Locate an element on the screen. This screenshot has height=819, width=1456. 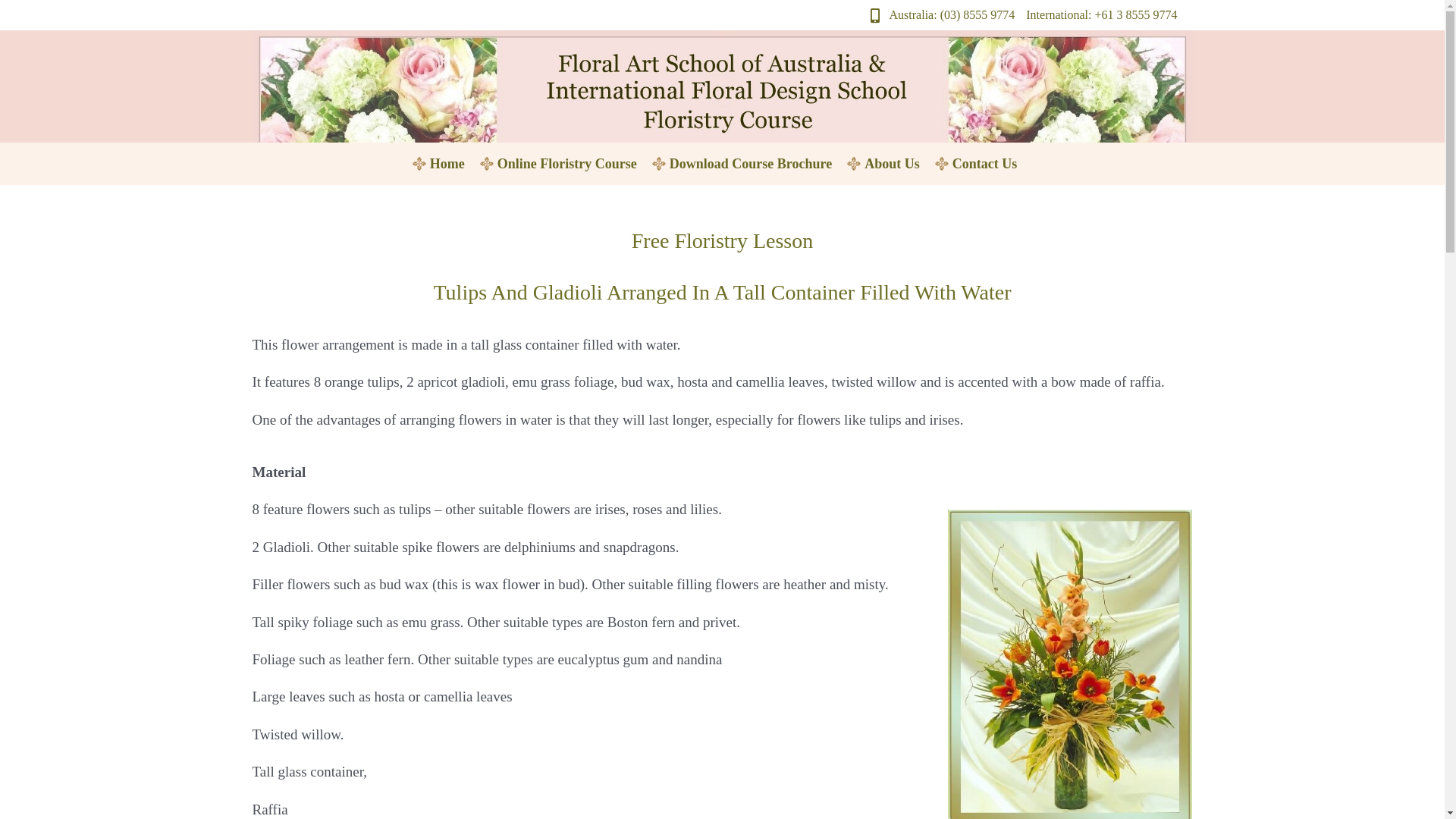
'International: +61 3 8555 9774' is located at coordinates (1026, 14).